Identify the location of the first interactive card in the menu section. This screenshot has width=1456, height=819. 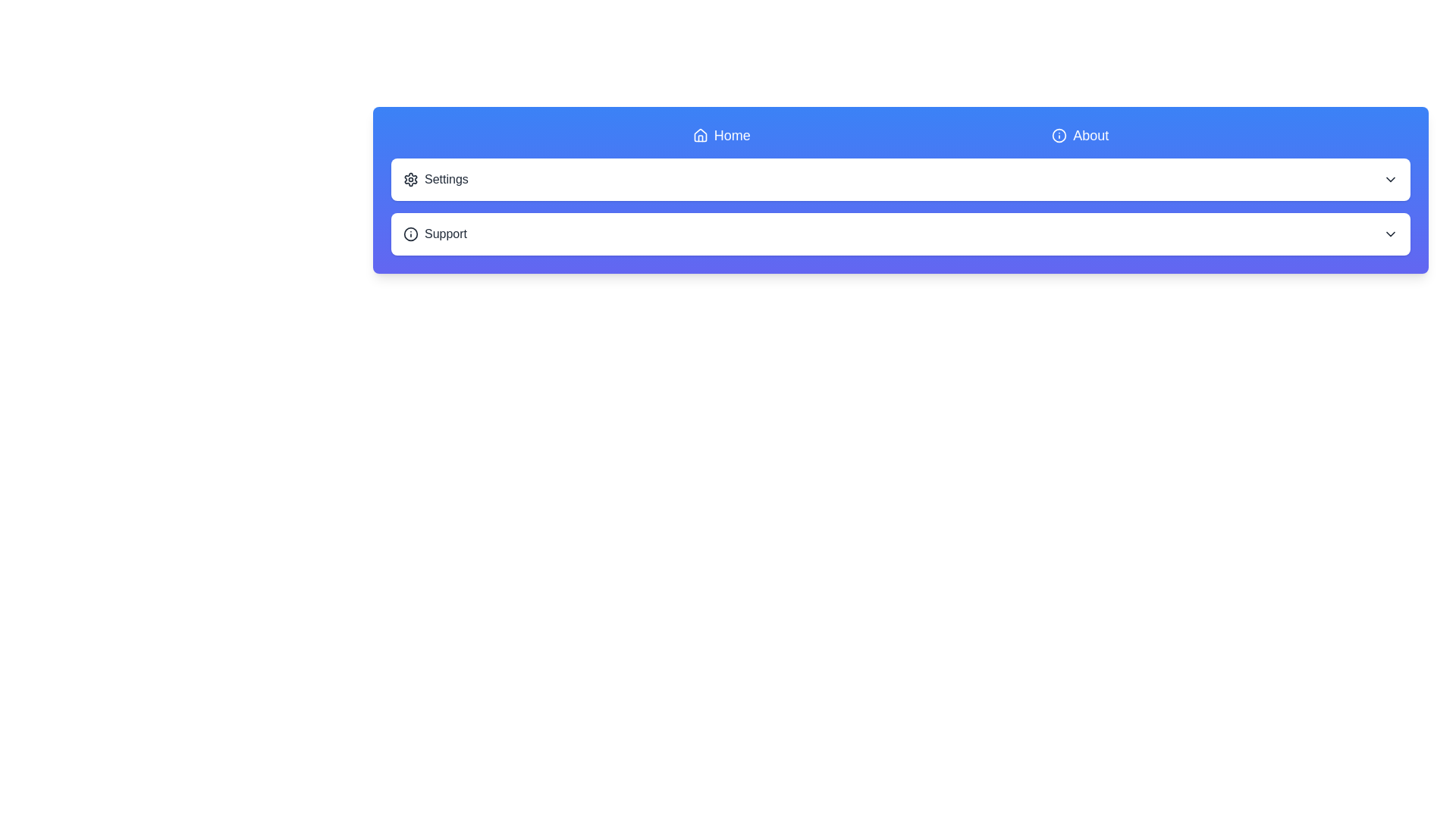
(901, 178).